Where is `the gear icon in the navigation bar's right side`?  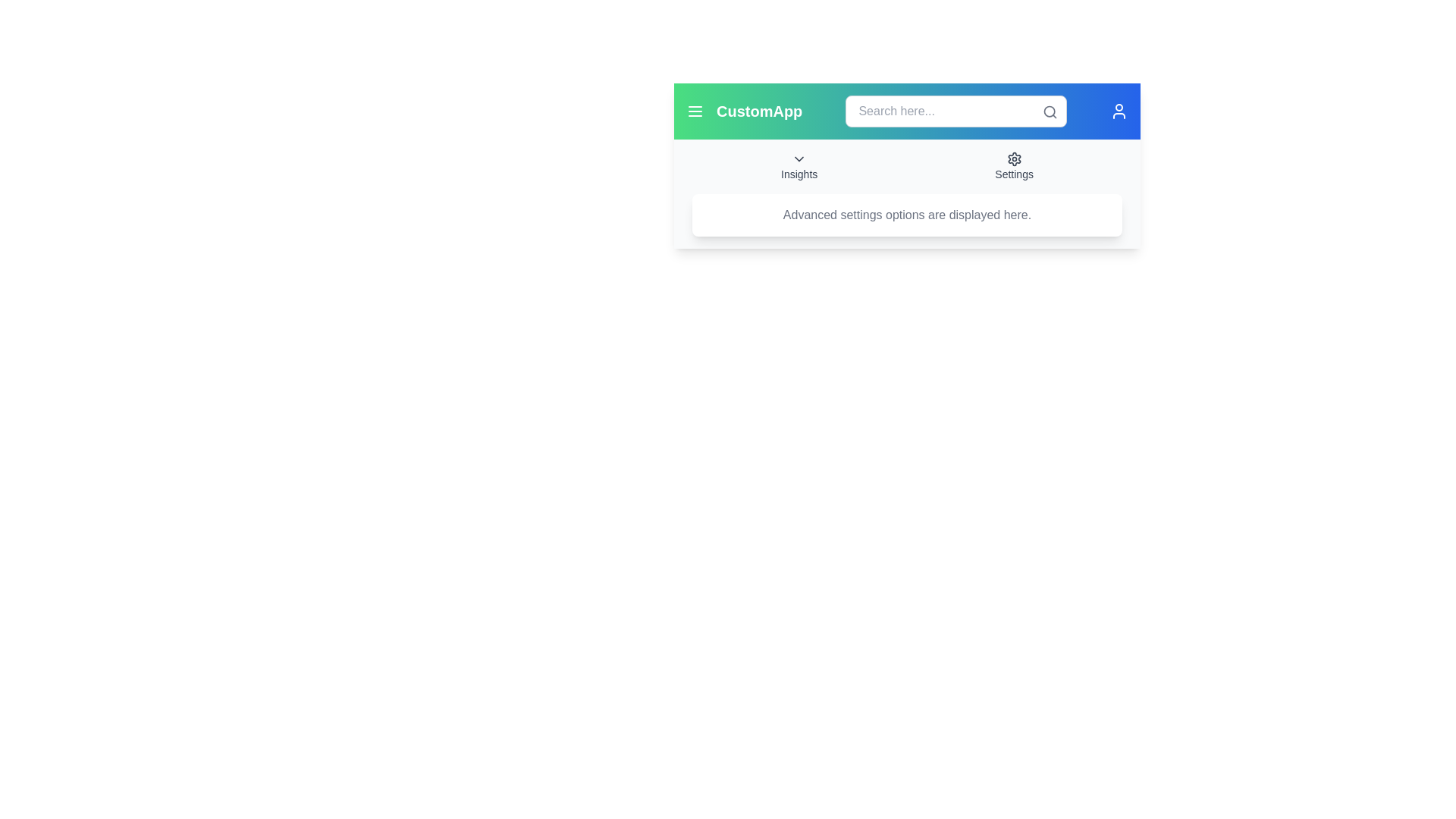
the gear icon in the navigation bar's right side is located at coordinates (1014, 158).